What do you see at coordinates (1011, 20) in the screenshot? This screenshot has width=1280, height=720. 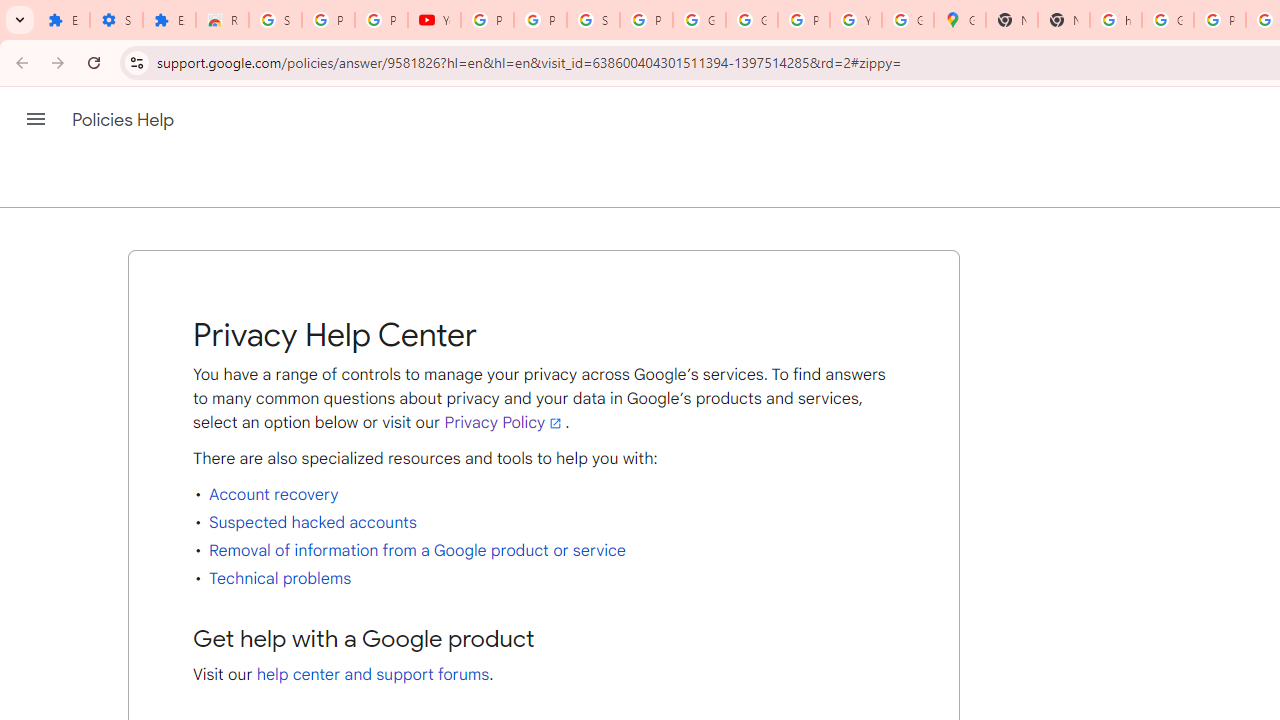 I see `'New Tab'` at bounding box center [1011, 20].